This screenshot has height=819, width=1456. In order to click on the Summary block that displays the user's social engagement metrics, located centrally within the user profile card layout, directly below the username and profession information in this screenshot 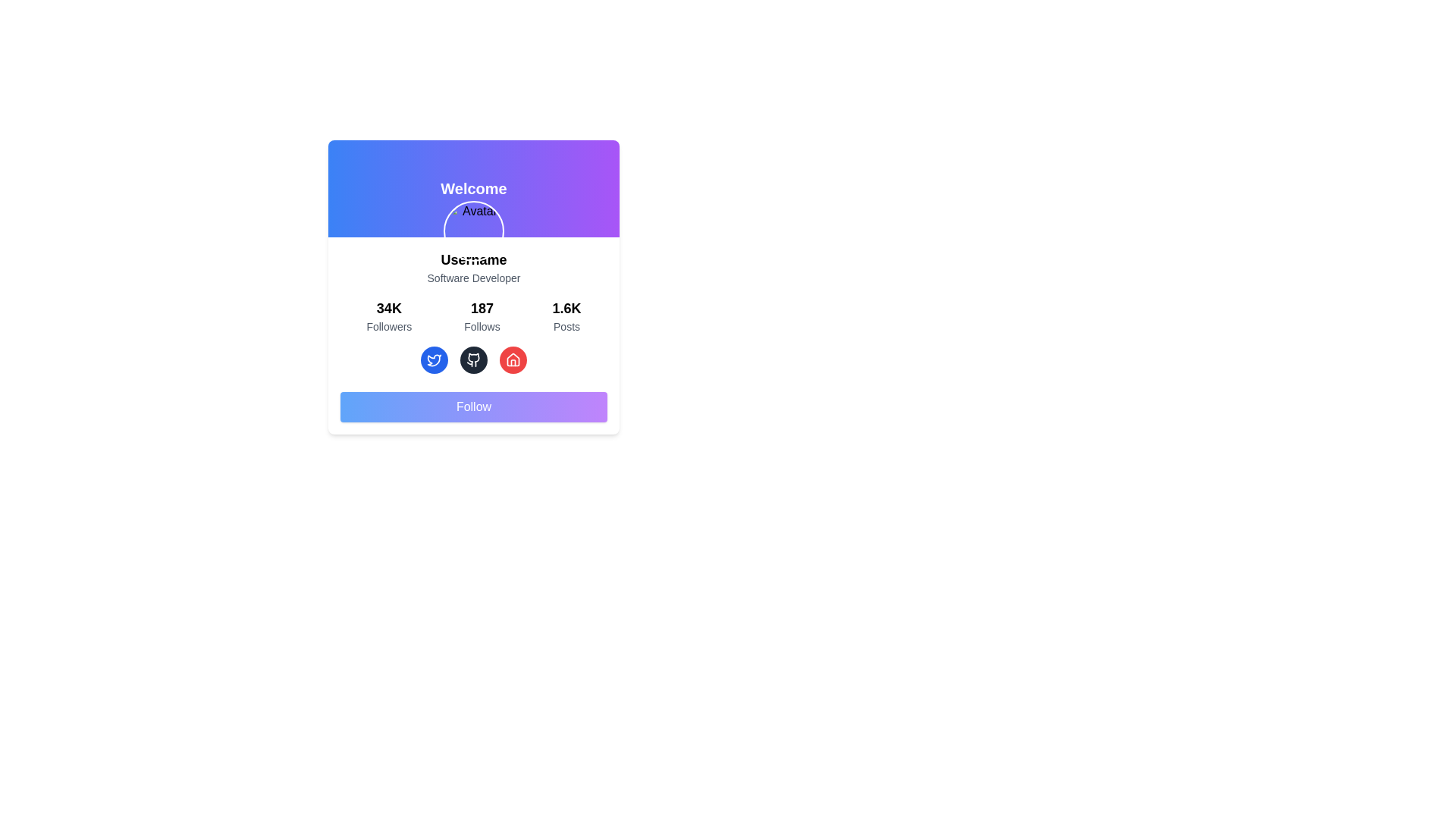, I will do `click(472, 315)`.